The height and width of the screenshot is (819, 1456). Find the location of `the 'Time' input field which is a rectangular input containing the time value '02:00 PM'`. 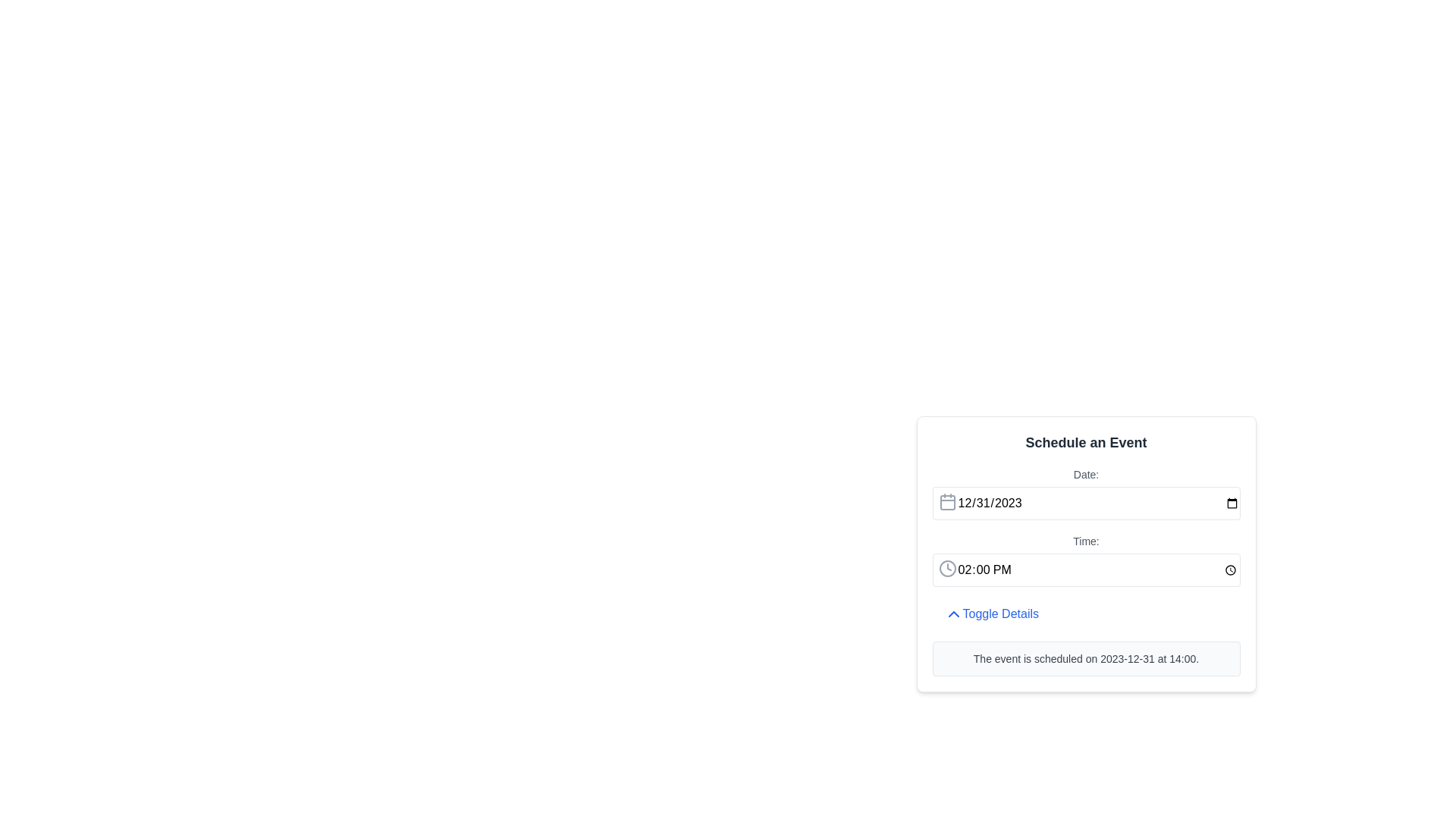

the 'Time' input field which is a rectangular input containing the time value '02:00 PM' is located at coordinates (1085, 570).